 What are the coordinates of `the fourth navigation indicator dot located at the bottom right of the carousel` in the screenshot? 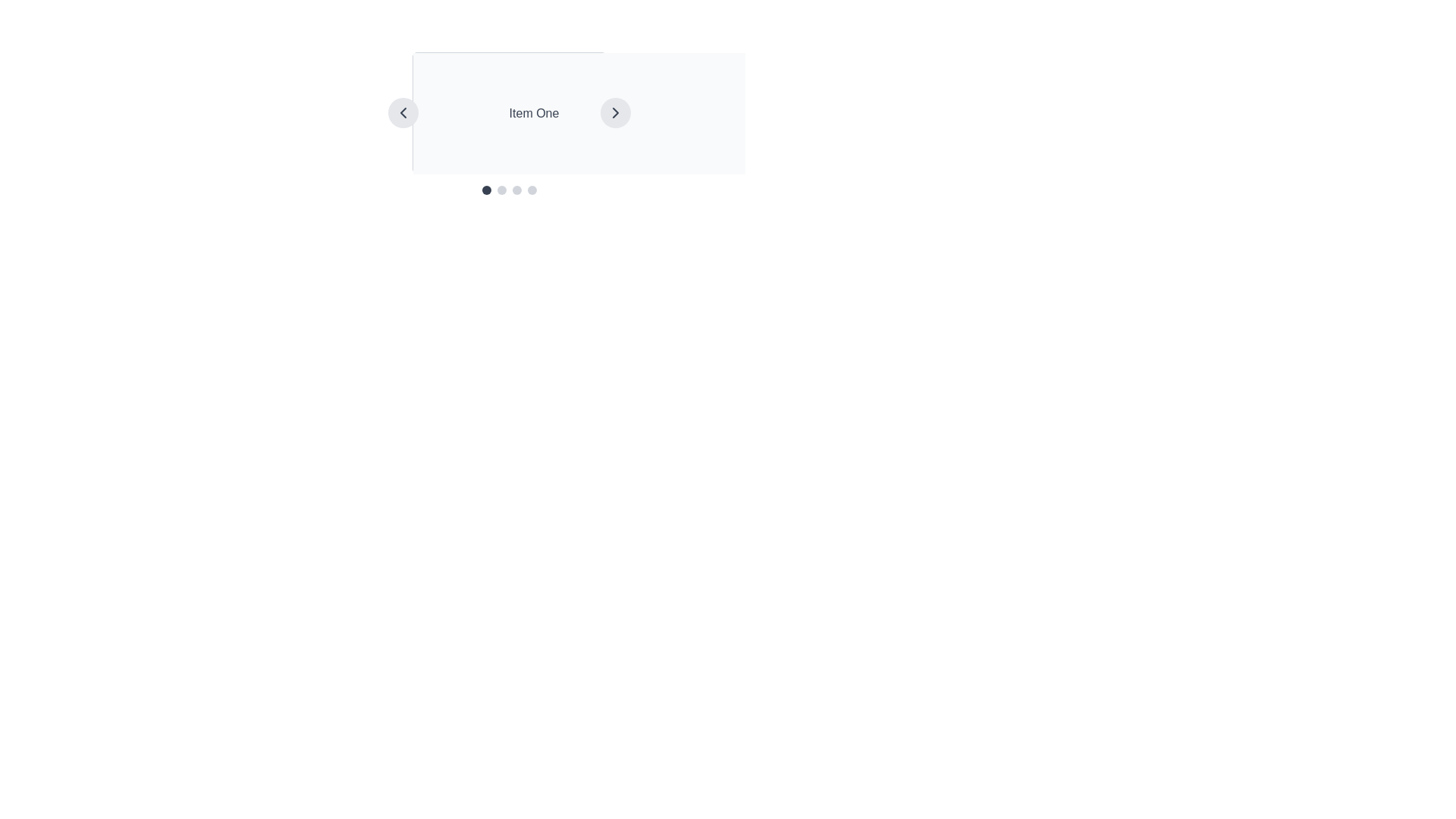 It's located at (532, 189).